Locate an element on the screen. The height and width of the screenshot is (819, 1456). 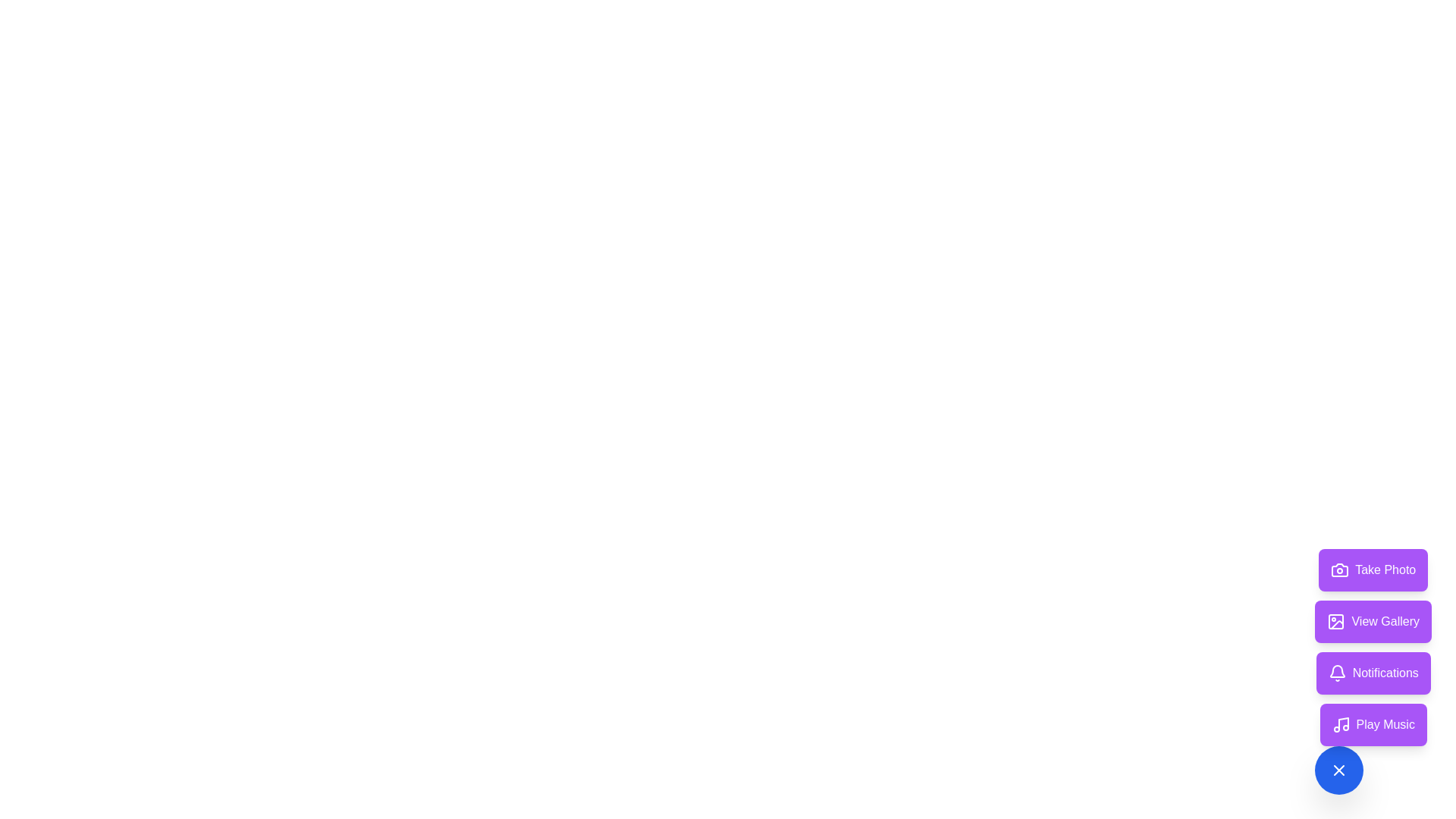
the 'Play Music' label, which is styled in white text on a purple background and is located at the bottom right of the interface as part of a button with a musical note icon is located at coordinates (1385, 724).